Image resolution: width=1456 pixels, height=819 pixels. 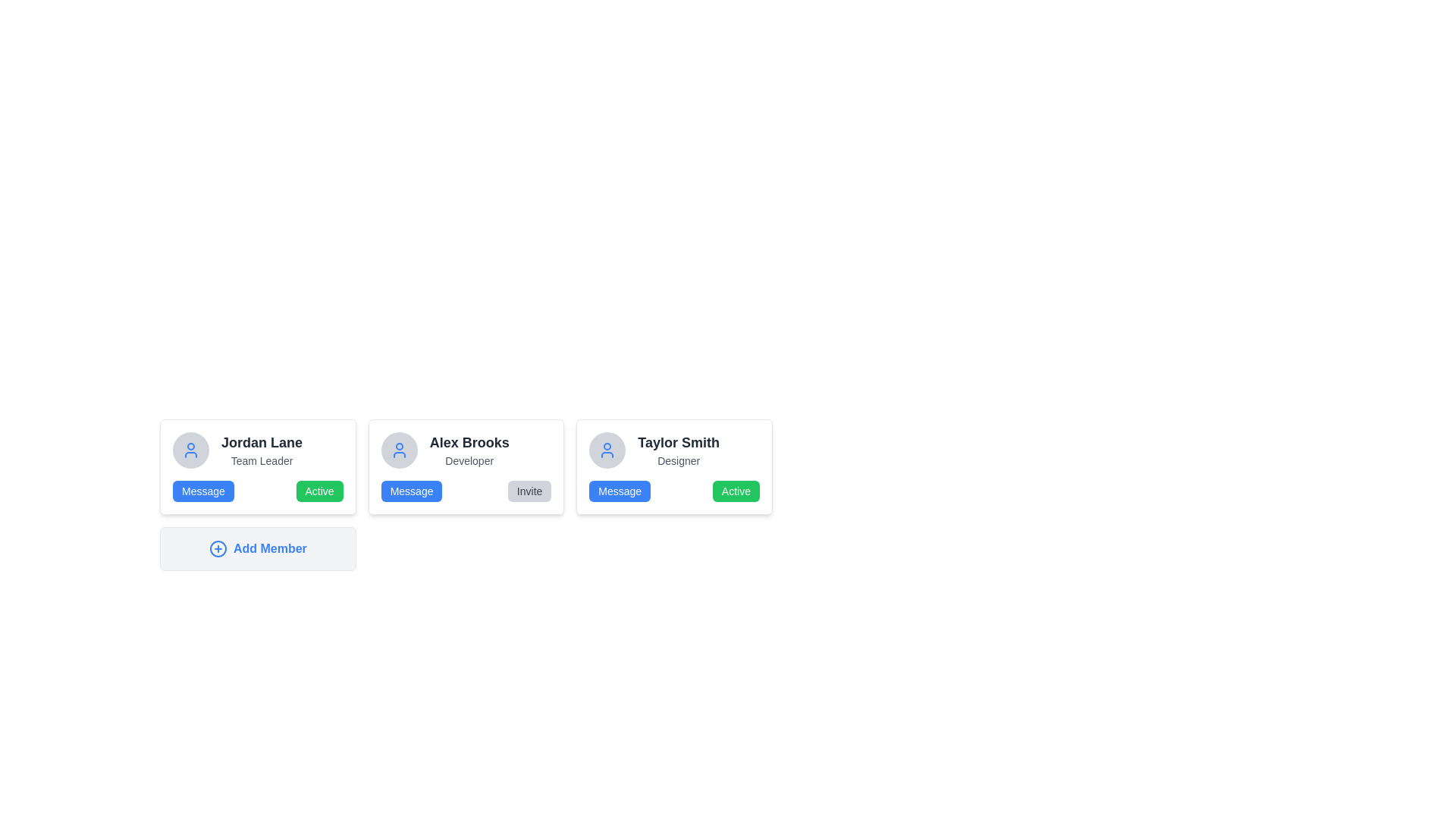 I want to click on the profile display section for 'Alex Brooks', so click(x=465, y=450).